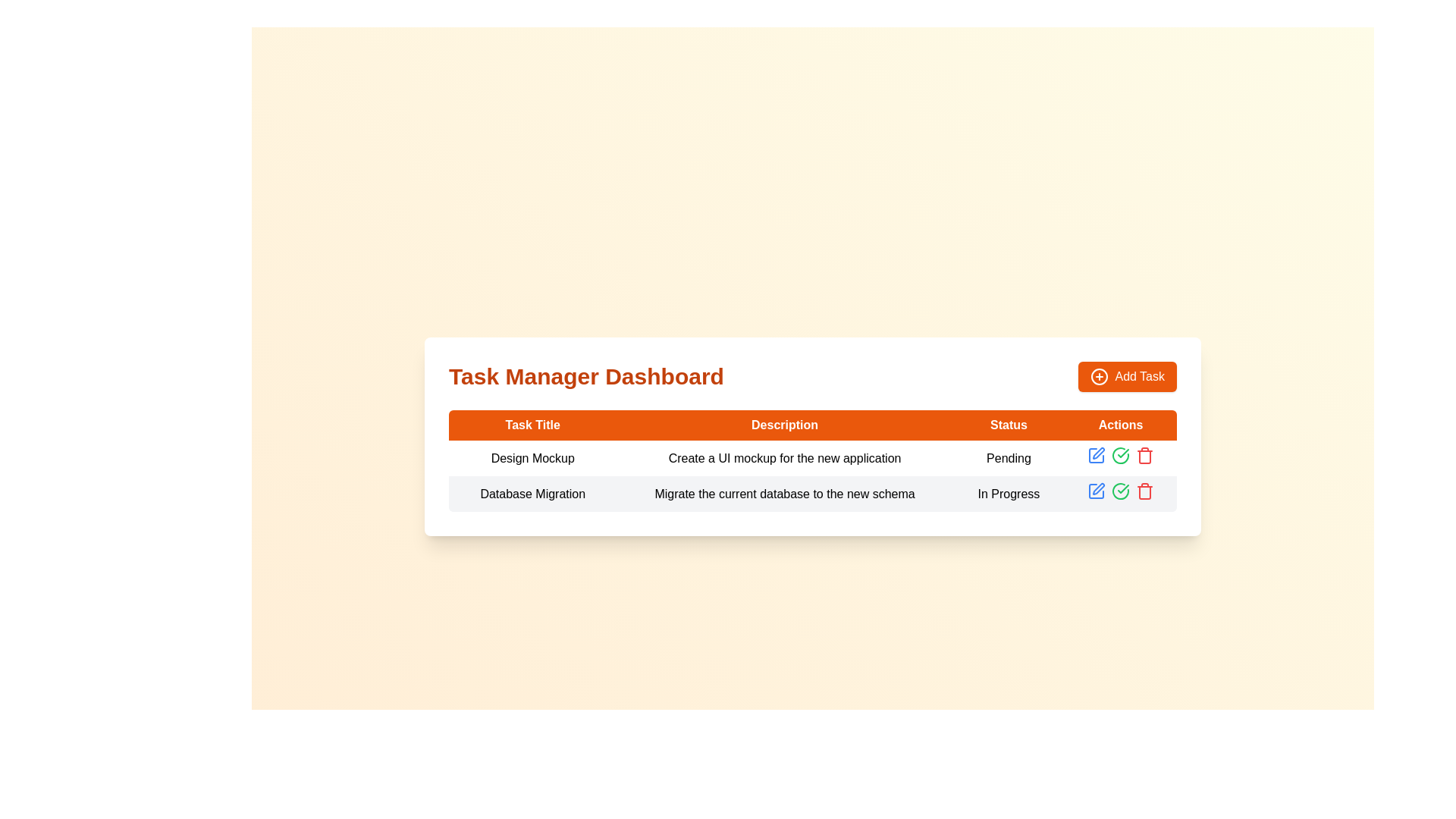 Image resolution: width=1456 pixels, height=819 pixels. I want to click on the pen icon located in the 'Actions' column of the second row of the task list, so click(1099, 452).